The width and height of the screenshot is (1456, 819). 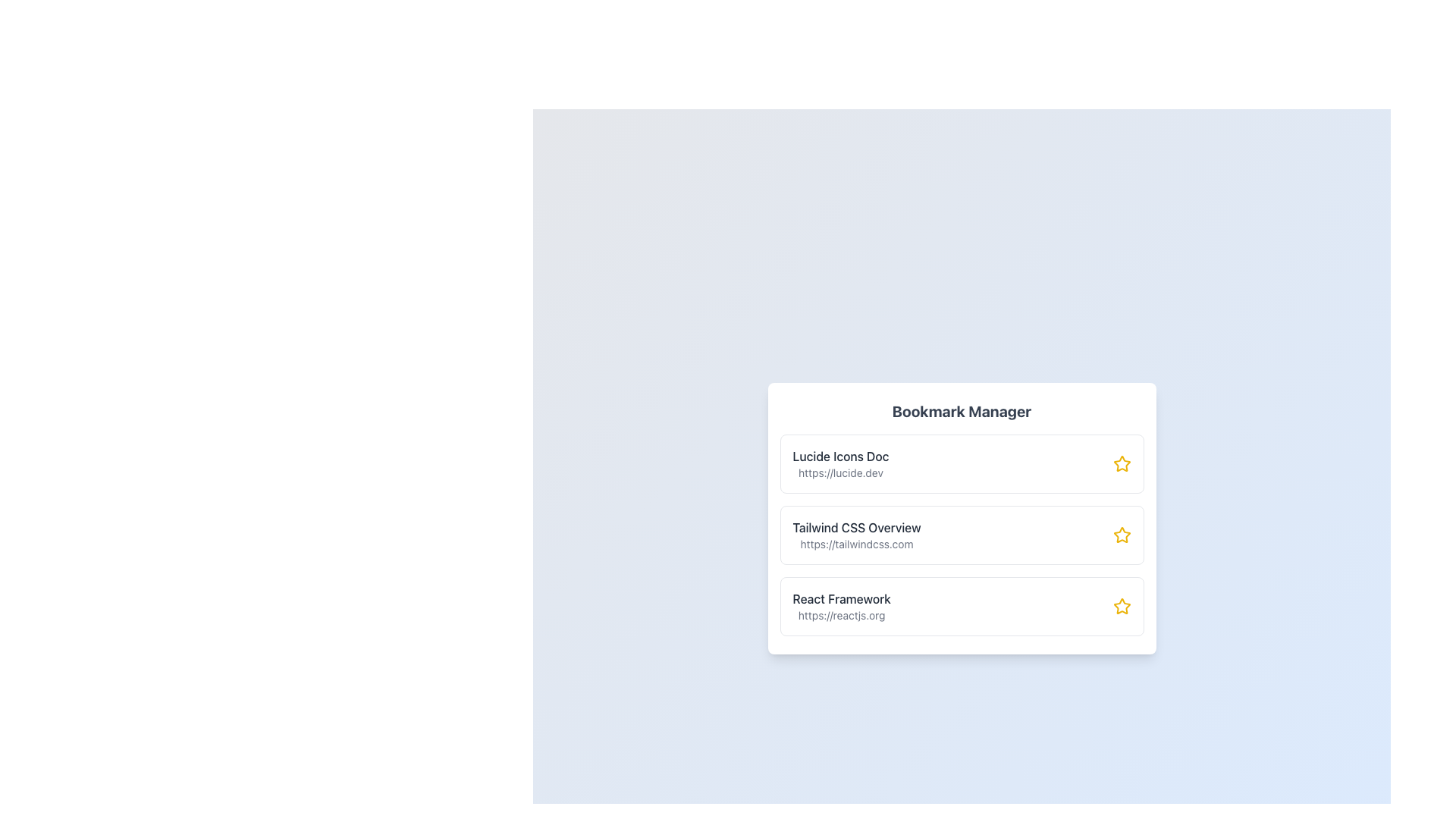 What do you see at coordinates (1122, 534) in the screenshot?
I see `the star icon located to the right of the text 'Tailwind CSS Overview' in the second card of the Bookmark Manager` at bounding box center [1122, 534].